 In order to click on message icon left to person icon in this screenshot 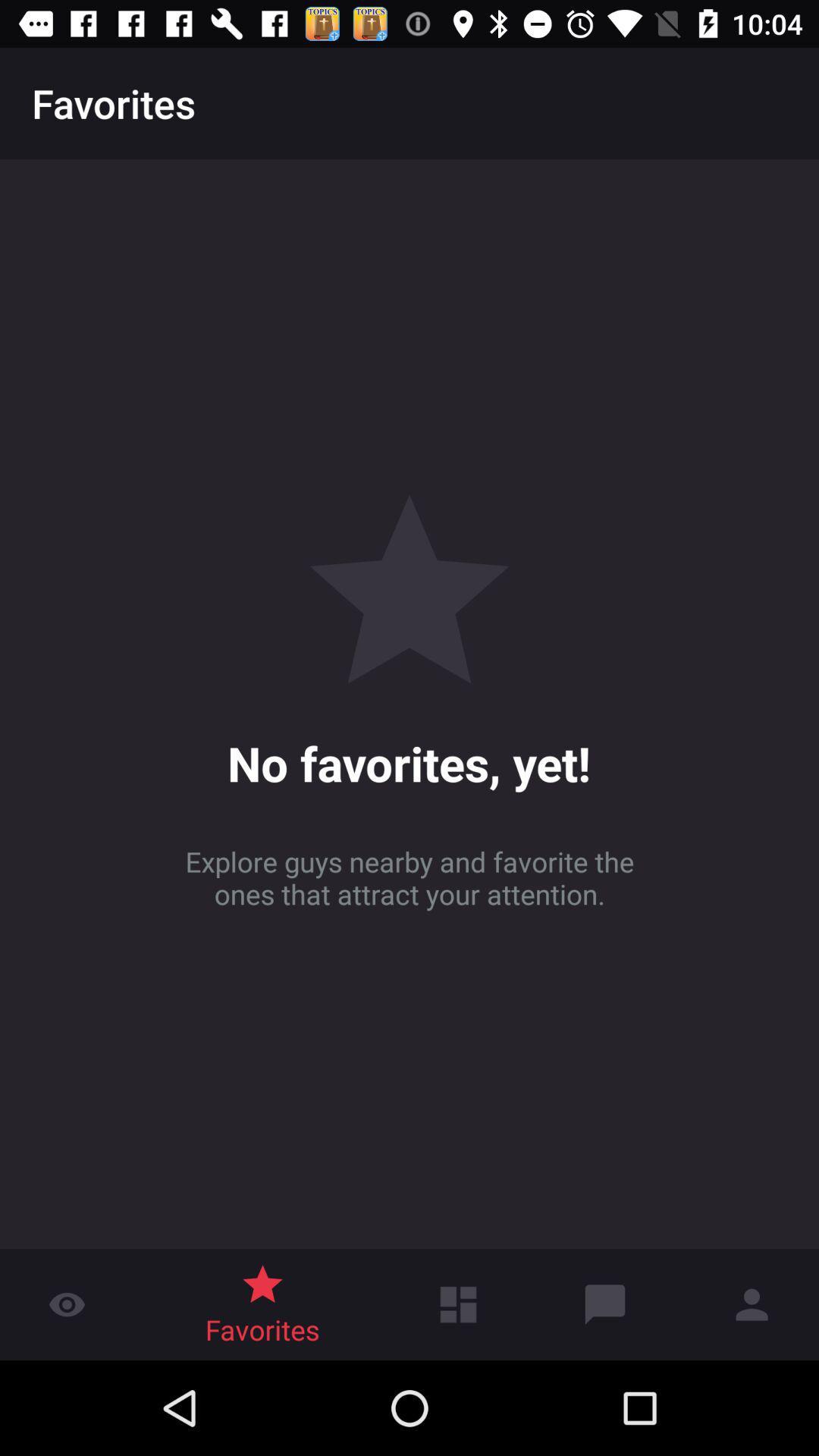, I will do `click(604, 1304)`.